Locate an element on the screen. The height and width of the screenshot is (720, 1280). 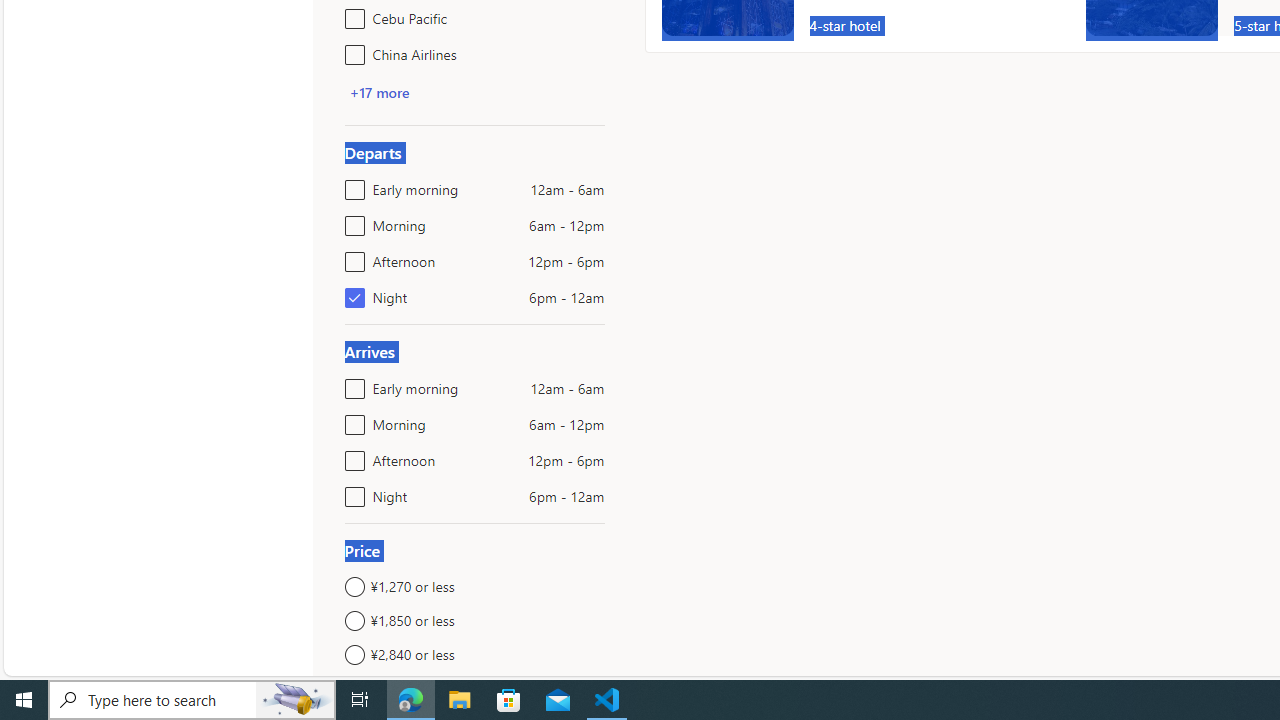
'Morning6am - 12pm' is located at coordinates (351, 419).